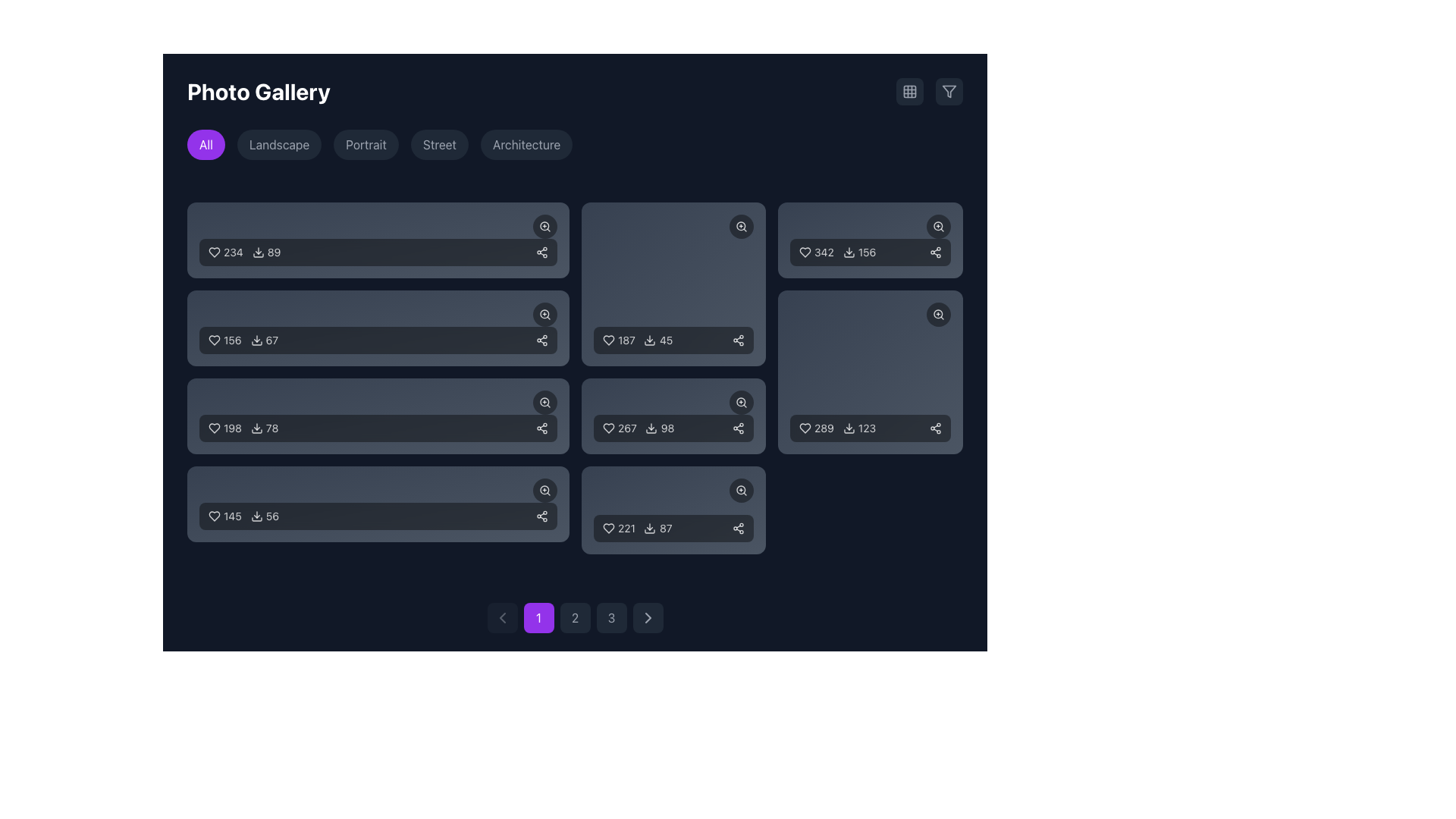  What do you see at coordinates (619, 428) in the screenshot?
I see `the text element displaying '267' likes, which is located in the lower middle section of the grid layout` at bounding box center [619, 428].